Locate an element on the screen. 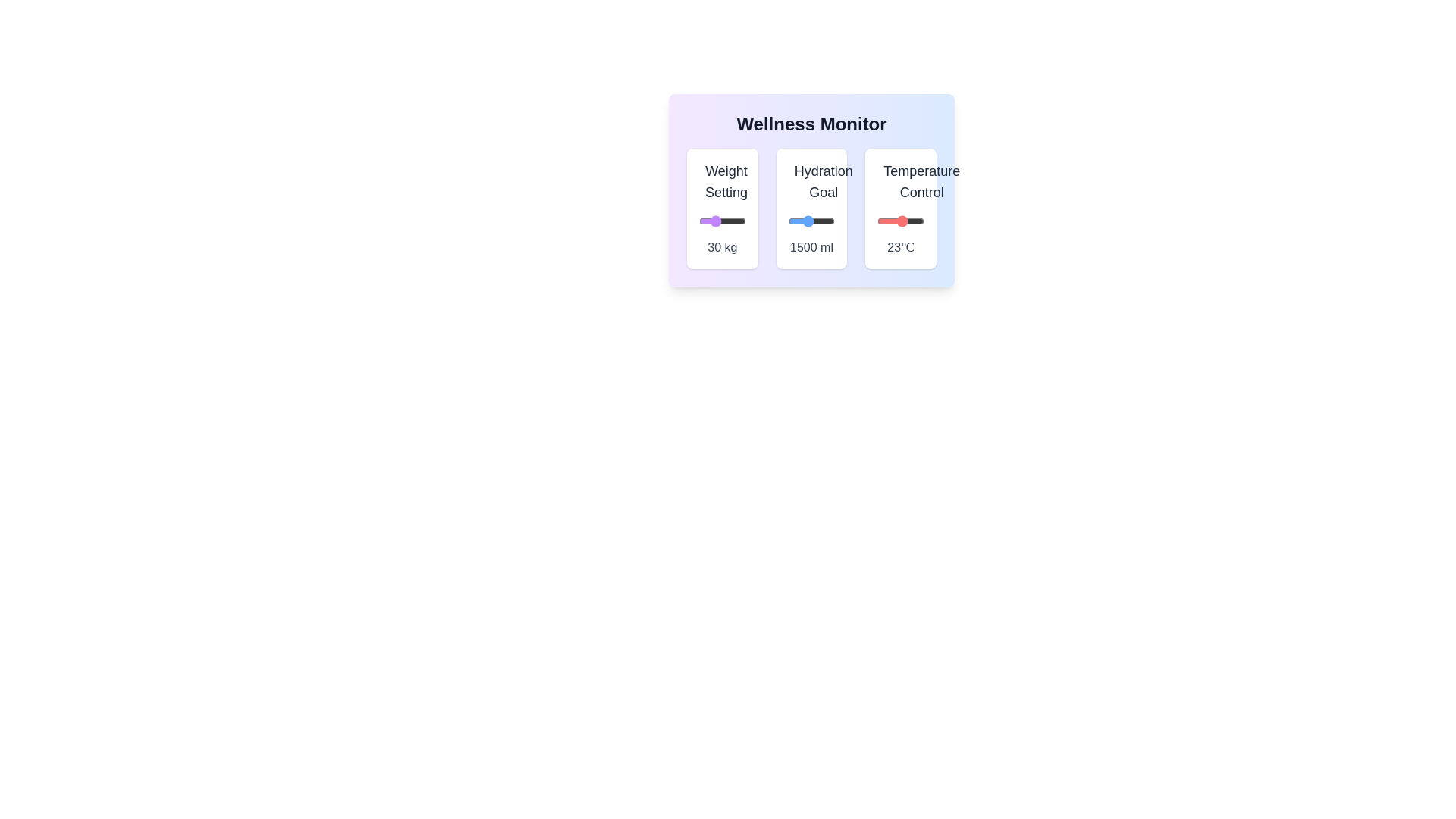  the weight setting is located at coordinates (728, 221).